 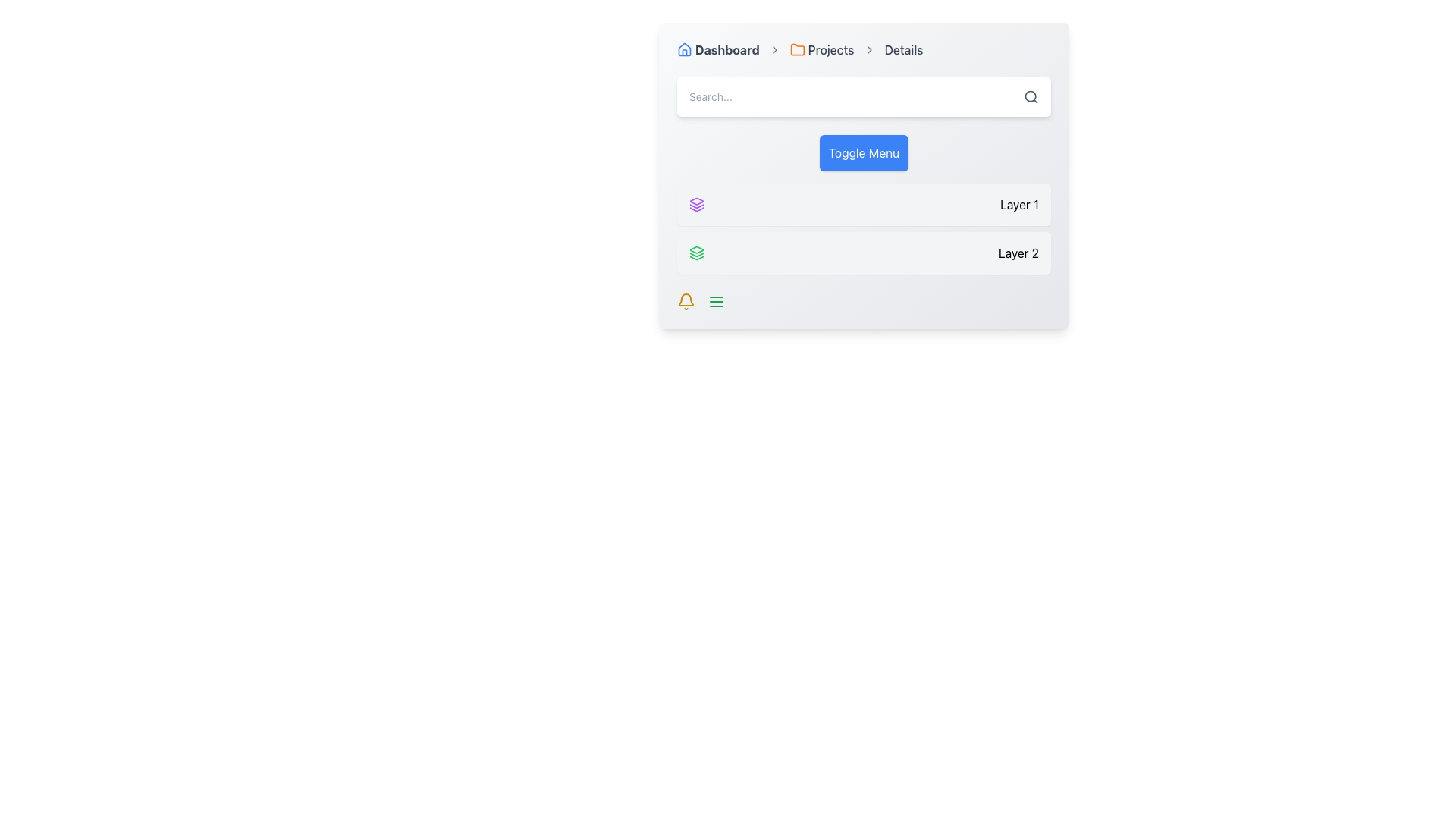 What do you see at coordinates (821, 49) in the screenshot?
I see `the 'Projects' breadcrumb link, which features an orange folder icon on the left and dark gray text on the right` at bounding box center [821, 49].